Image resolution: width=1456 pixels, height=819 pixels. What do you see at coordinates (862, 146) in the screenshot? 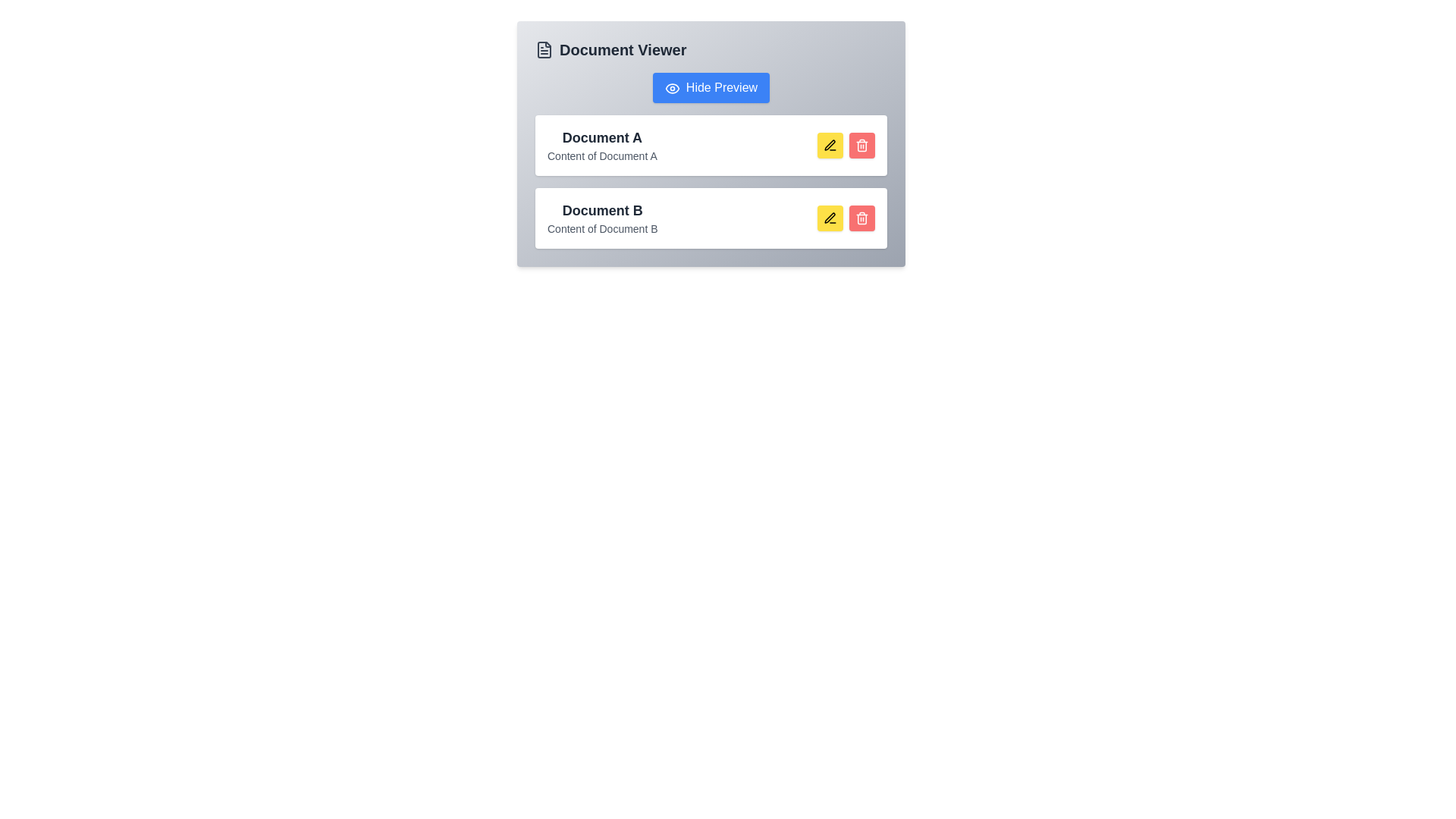
I see `the delete icon button located to the far right of the 'Document A' row` at bounding box center [862, 146].